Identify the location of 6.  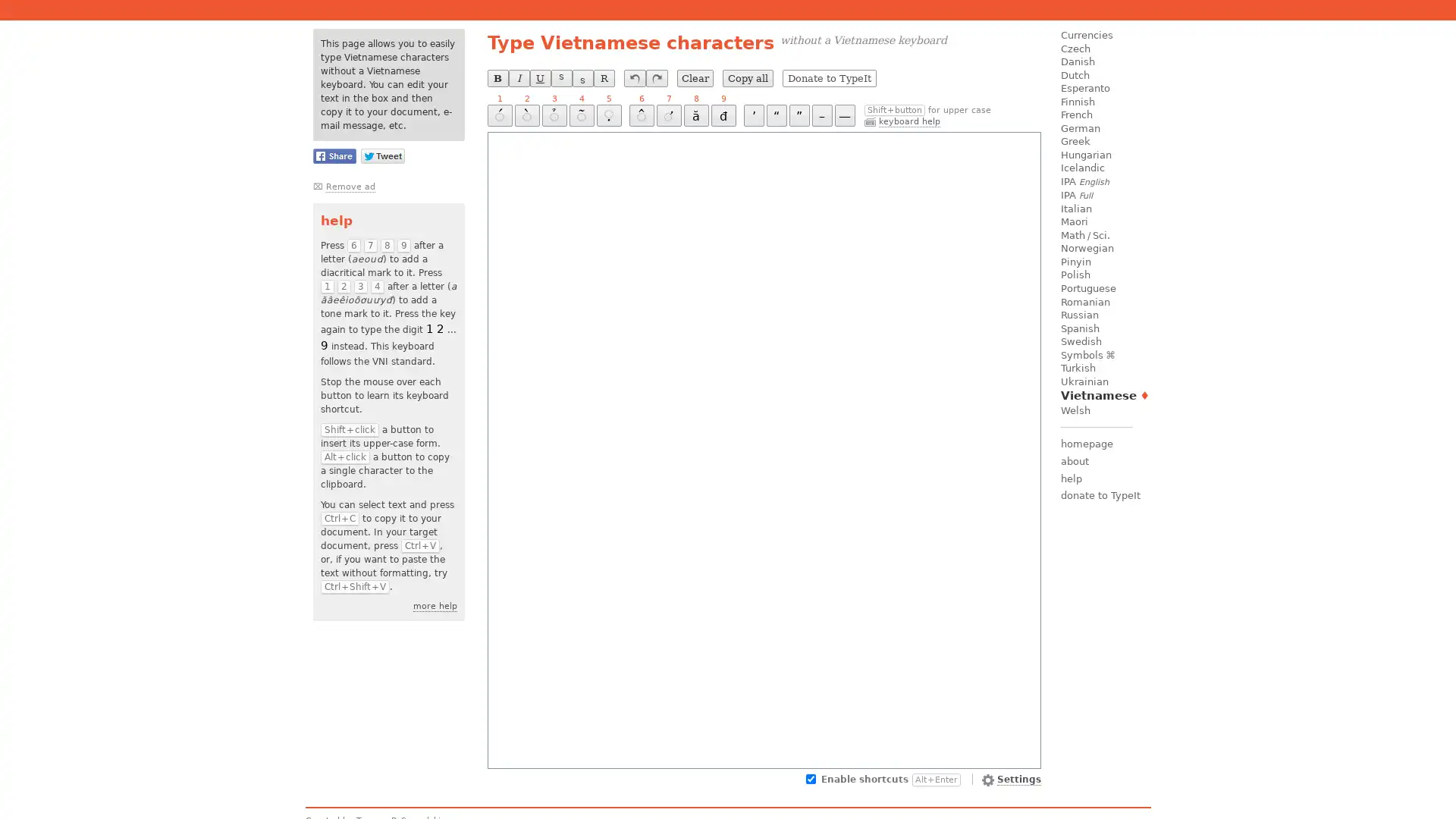
(641, 115).